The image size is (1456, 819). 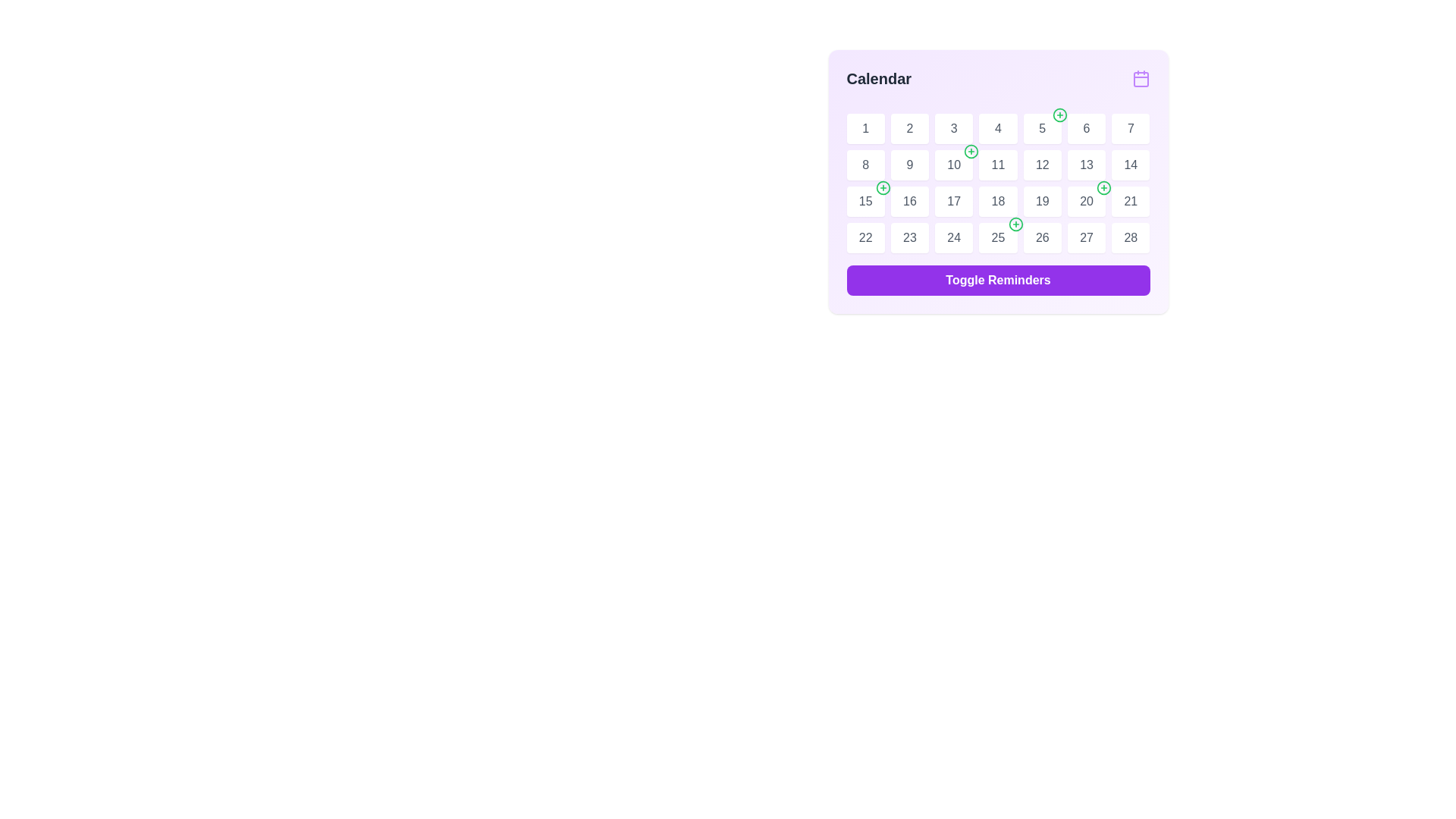 What do you see at coordinates (1041, 237) in the screenshot?
I see `the Text label representing the date '26' in the calendar interface, located in the last row and fifth column of the grid` at bounding box center [1041, 237].